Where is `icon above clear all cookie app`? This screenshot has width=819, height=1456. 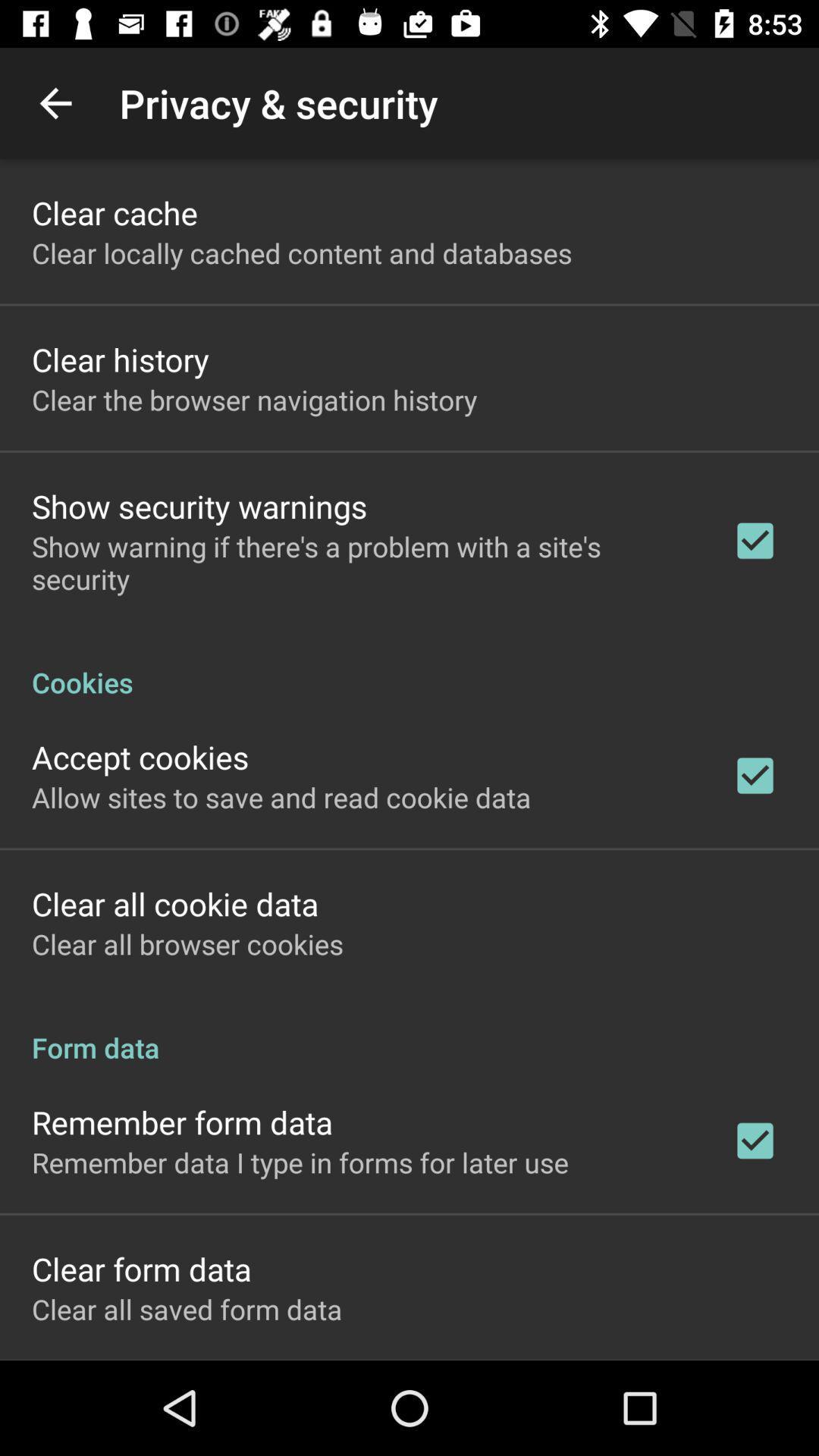 icon above clear all cookie app is located at coordinates (281, 796).